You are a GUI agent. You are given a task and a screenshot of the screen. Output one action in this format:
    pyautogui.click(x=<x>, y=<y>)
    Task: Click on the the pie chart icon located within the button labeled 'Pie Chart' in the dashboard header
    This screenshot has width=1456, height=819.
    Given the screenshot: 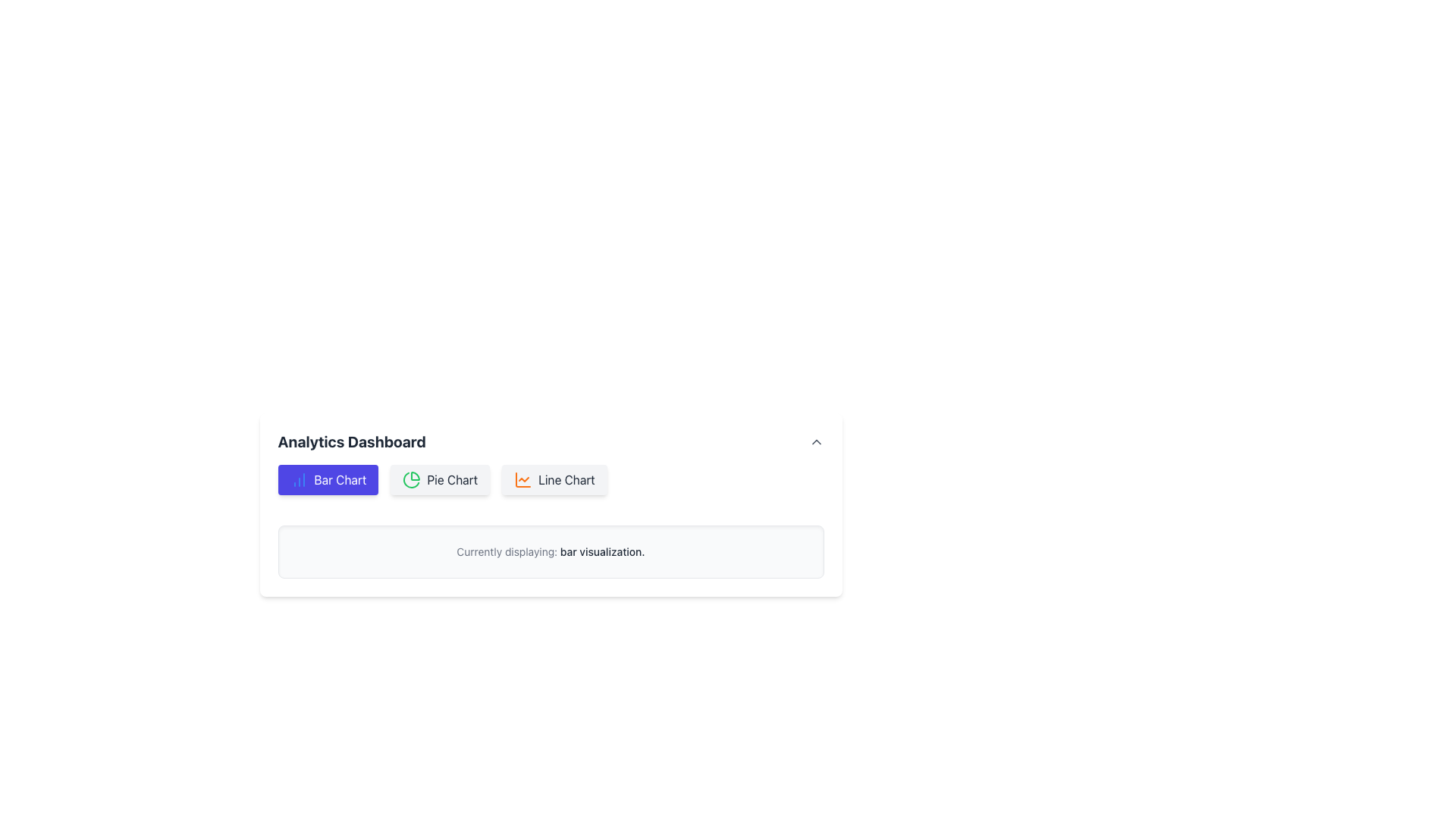 What is the action you would take?
    pyautogui.click(x=412, y=479)
    